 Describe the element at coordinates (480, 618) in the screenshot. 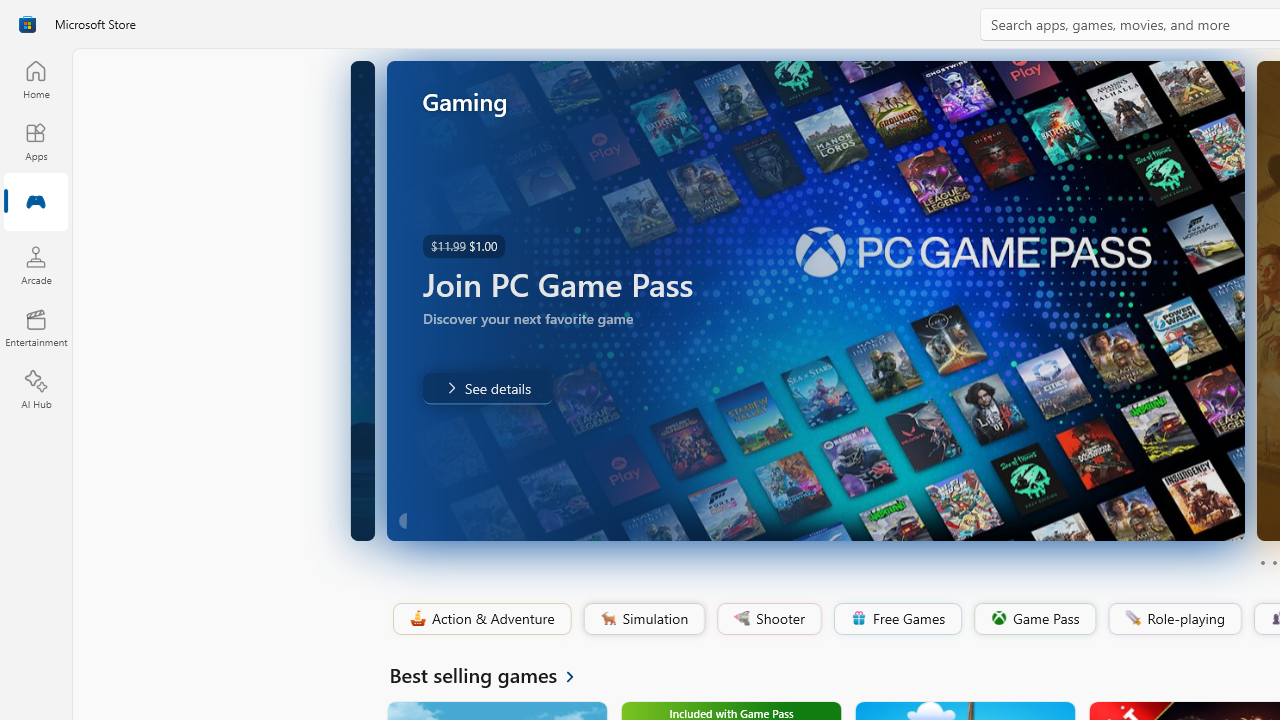

I see `'Action & Adventure'` at that location.